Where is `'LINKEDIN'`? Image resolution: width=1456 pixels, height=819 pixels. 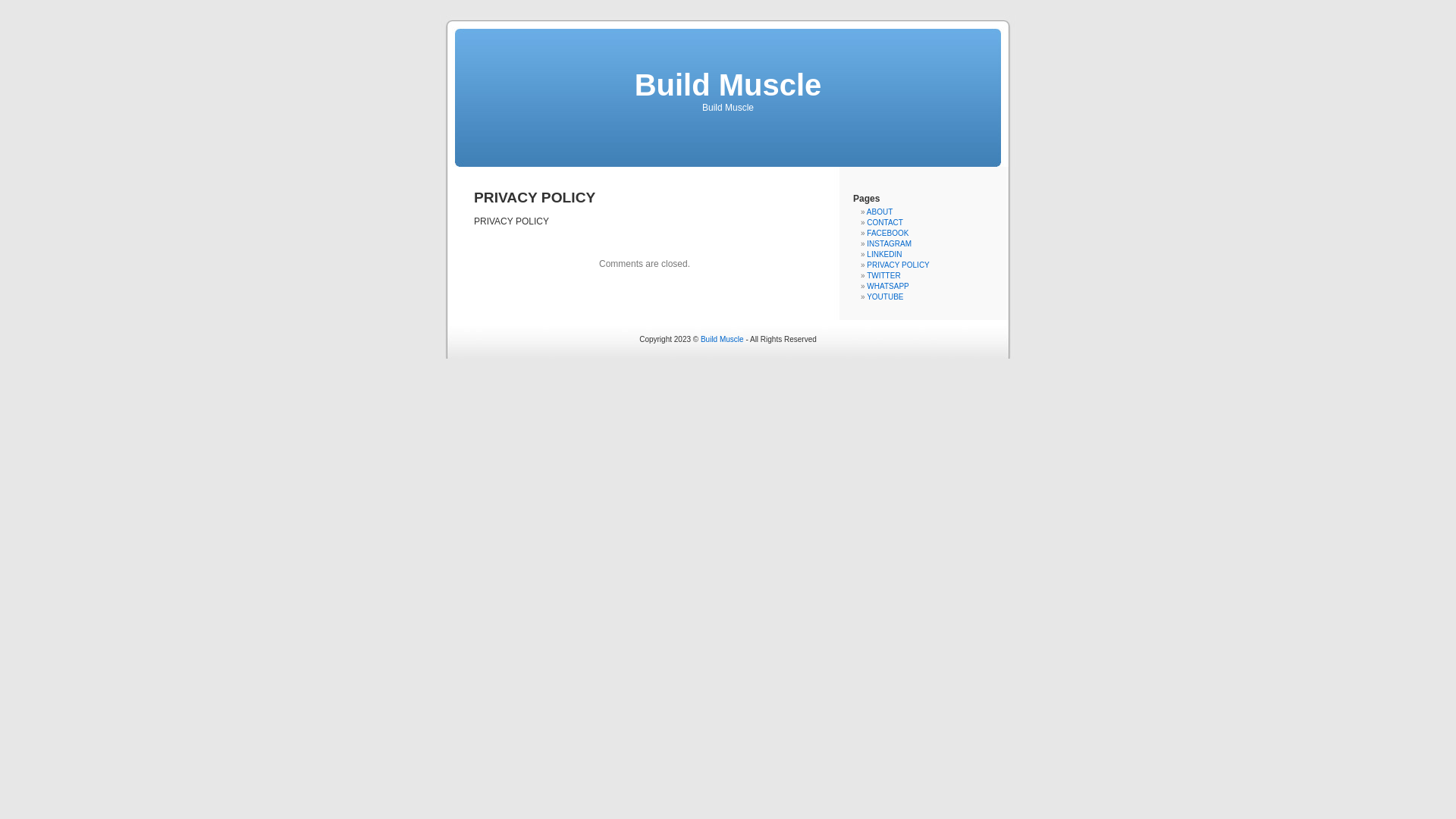 'LINKEDIN' is located at coordinates (884, 253).